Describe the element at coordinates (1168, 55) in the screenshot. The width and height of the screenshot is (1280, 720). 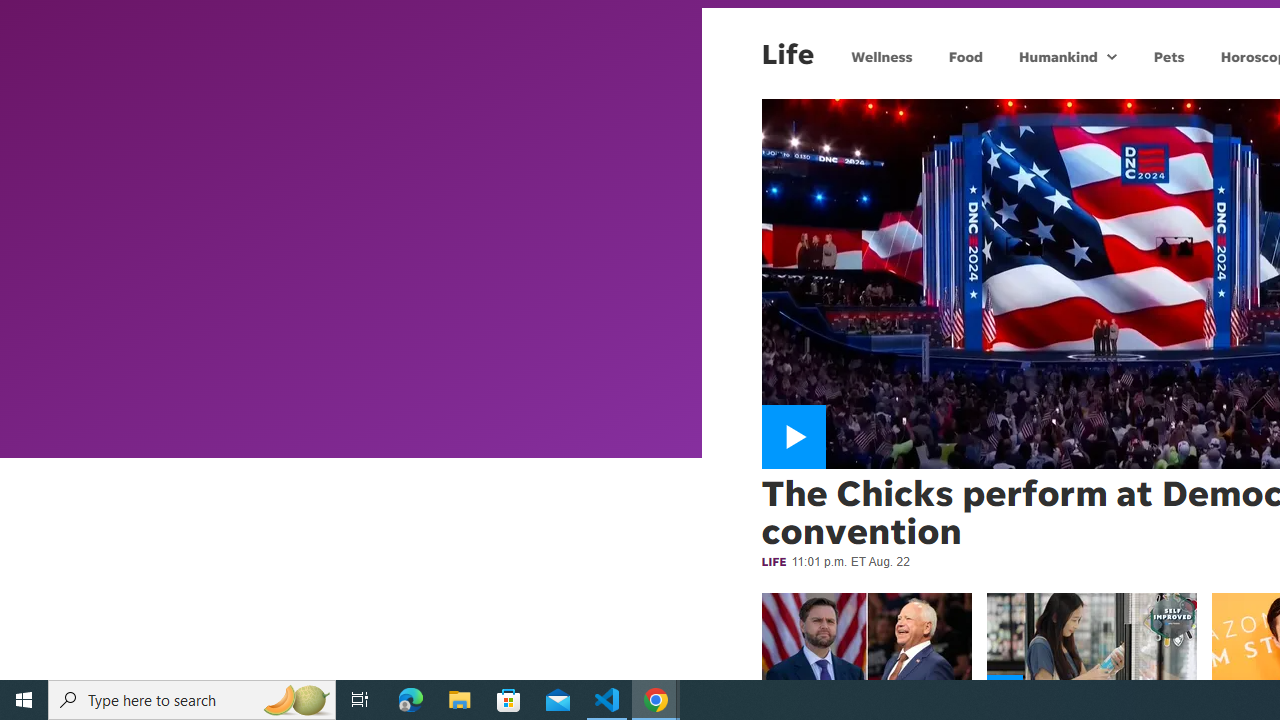
I see `'Pets'` at that location.